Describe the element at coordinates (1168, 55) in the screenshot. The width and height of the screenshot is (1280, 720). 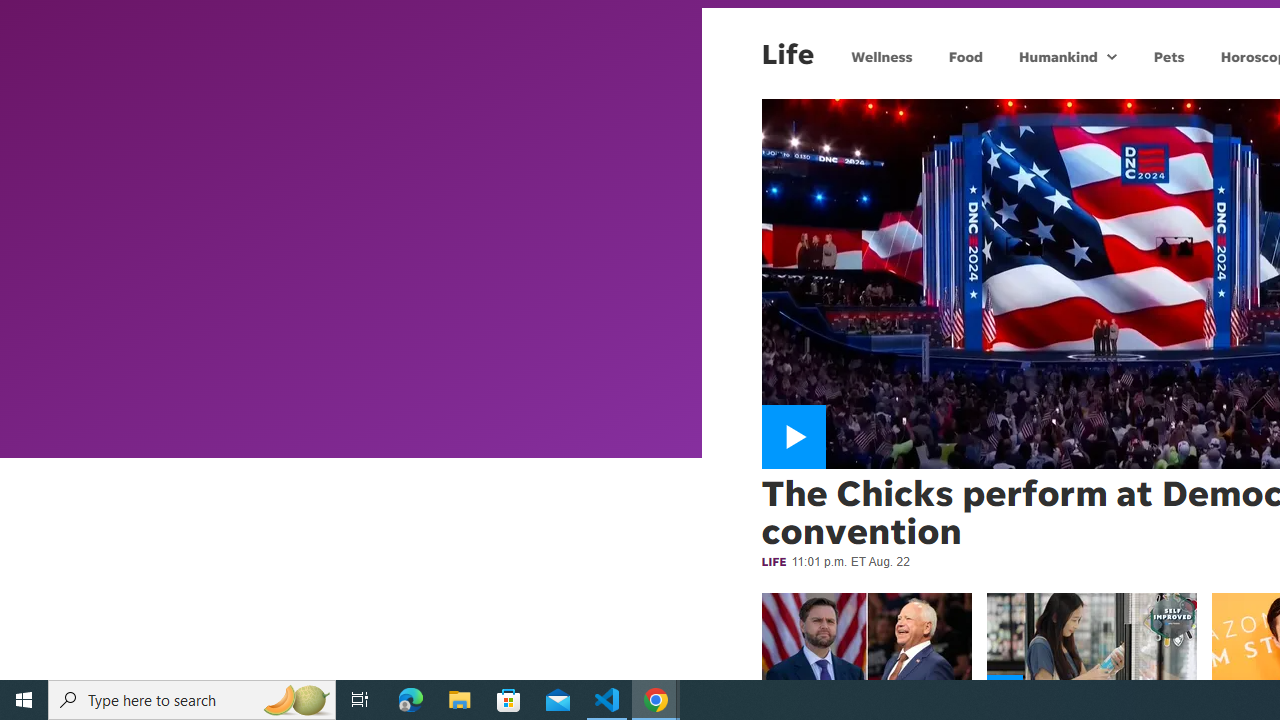
I see `'Pets'` at that location.